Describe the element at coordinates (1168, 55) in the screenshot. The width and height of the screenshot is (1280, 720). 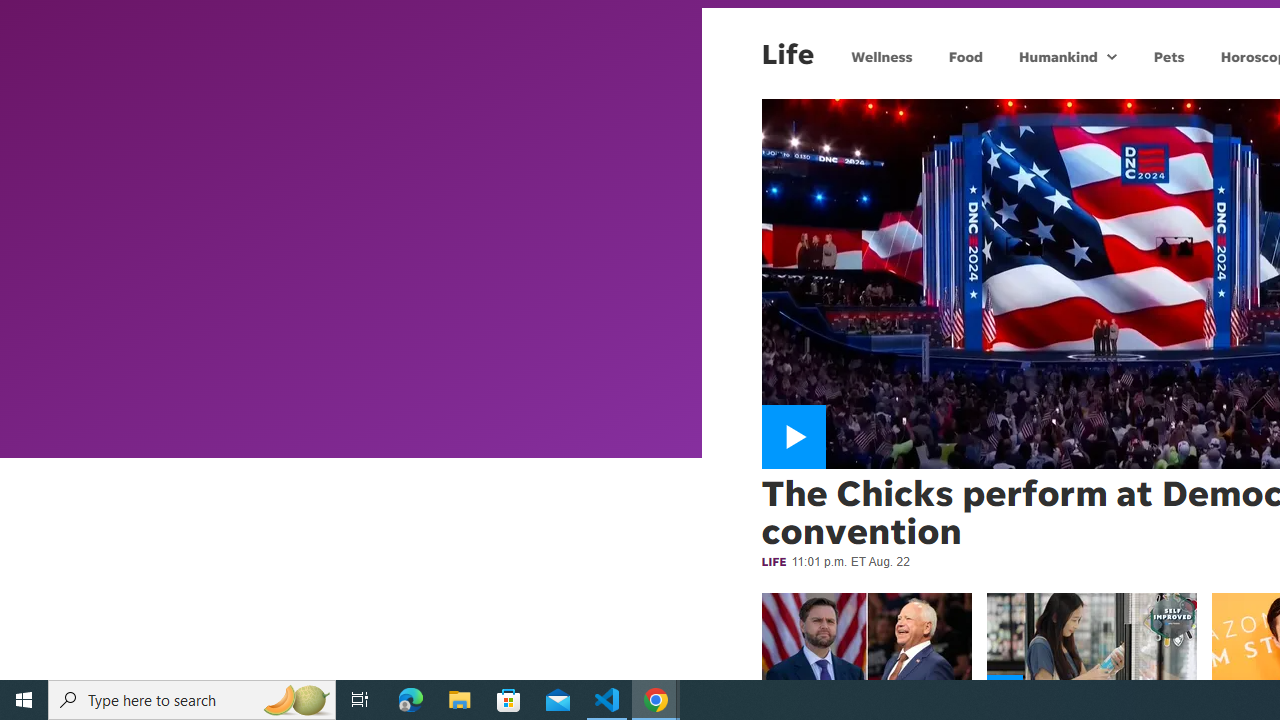
I see `'Pets'` at that location.